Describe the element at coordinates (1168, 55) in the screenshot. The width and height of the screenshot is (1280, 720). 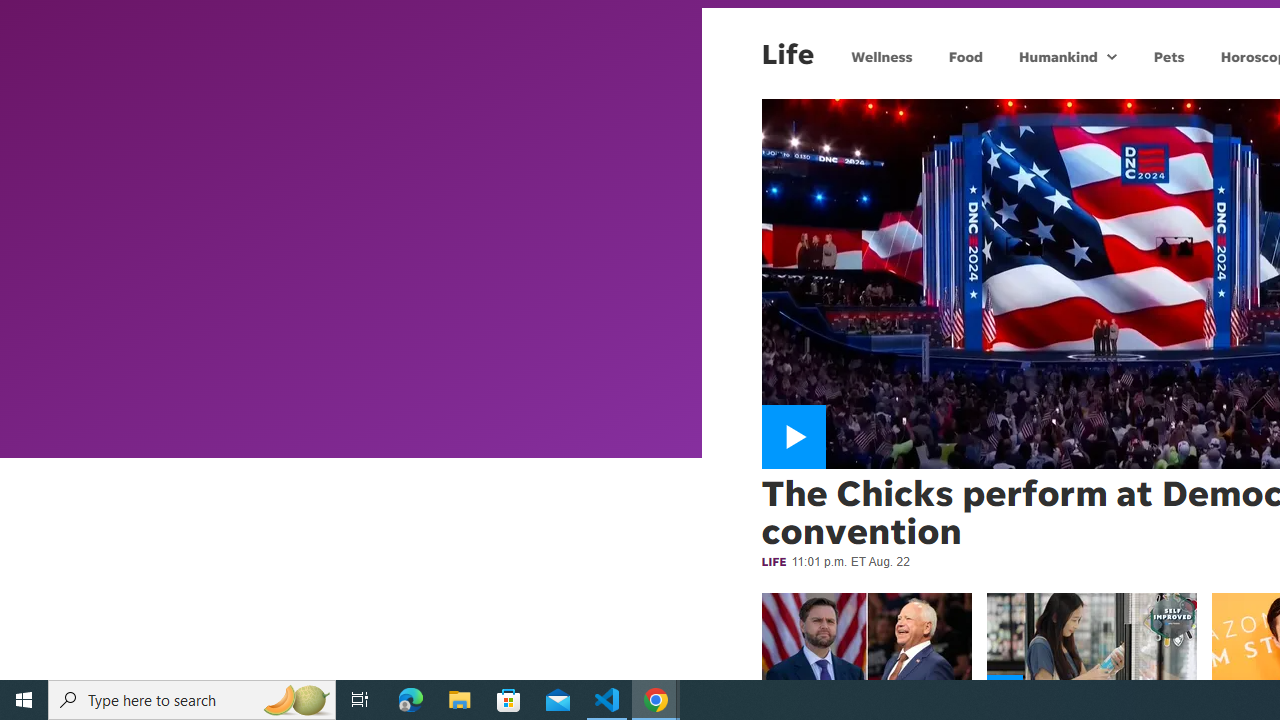
I see `'Pets'` at that location.